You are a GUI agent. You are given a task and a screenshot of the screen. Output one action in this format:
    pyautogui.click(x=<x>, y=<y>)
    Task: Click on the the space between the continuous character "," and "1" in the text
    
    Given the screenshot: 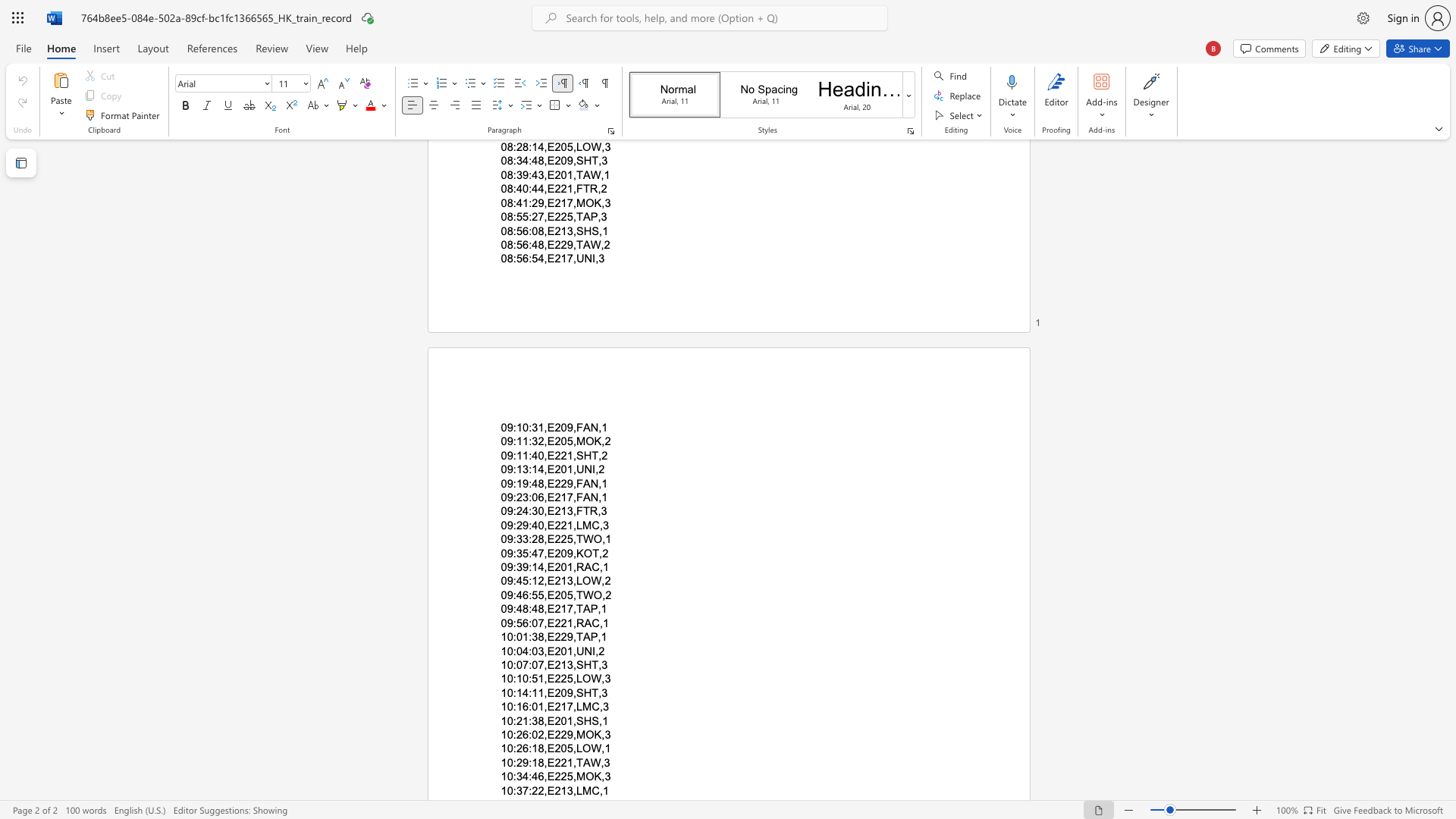 What is the action you would take?
    pyautogui.click(x=604, y=748)
    